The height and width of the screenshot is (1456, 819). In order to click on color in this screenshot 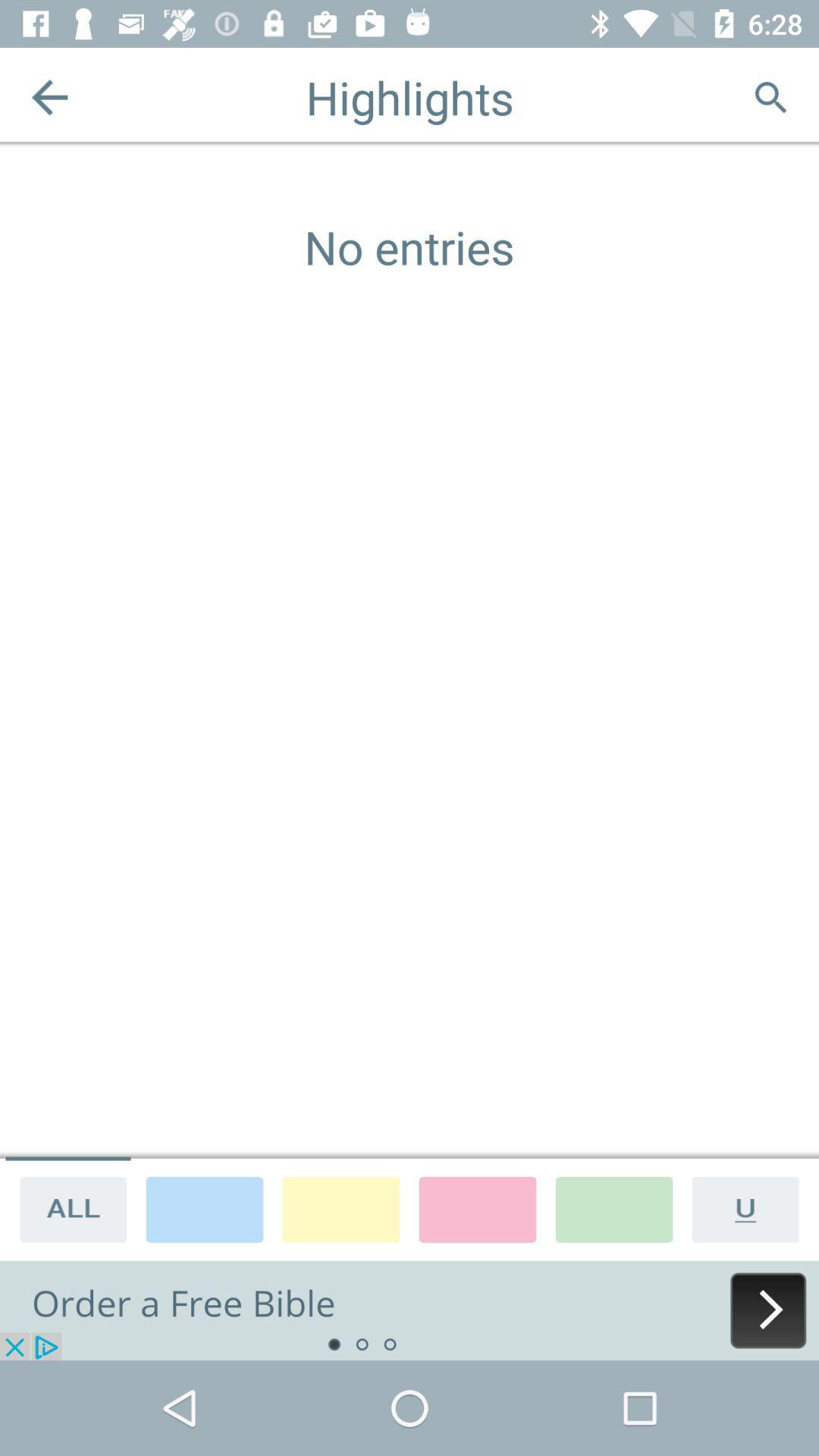, I will do `click(205, 1208)`.